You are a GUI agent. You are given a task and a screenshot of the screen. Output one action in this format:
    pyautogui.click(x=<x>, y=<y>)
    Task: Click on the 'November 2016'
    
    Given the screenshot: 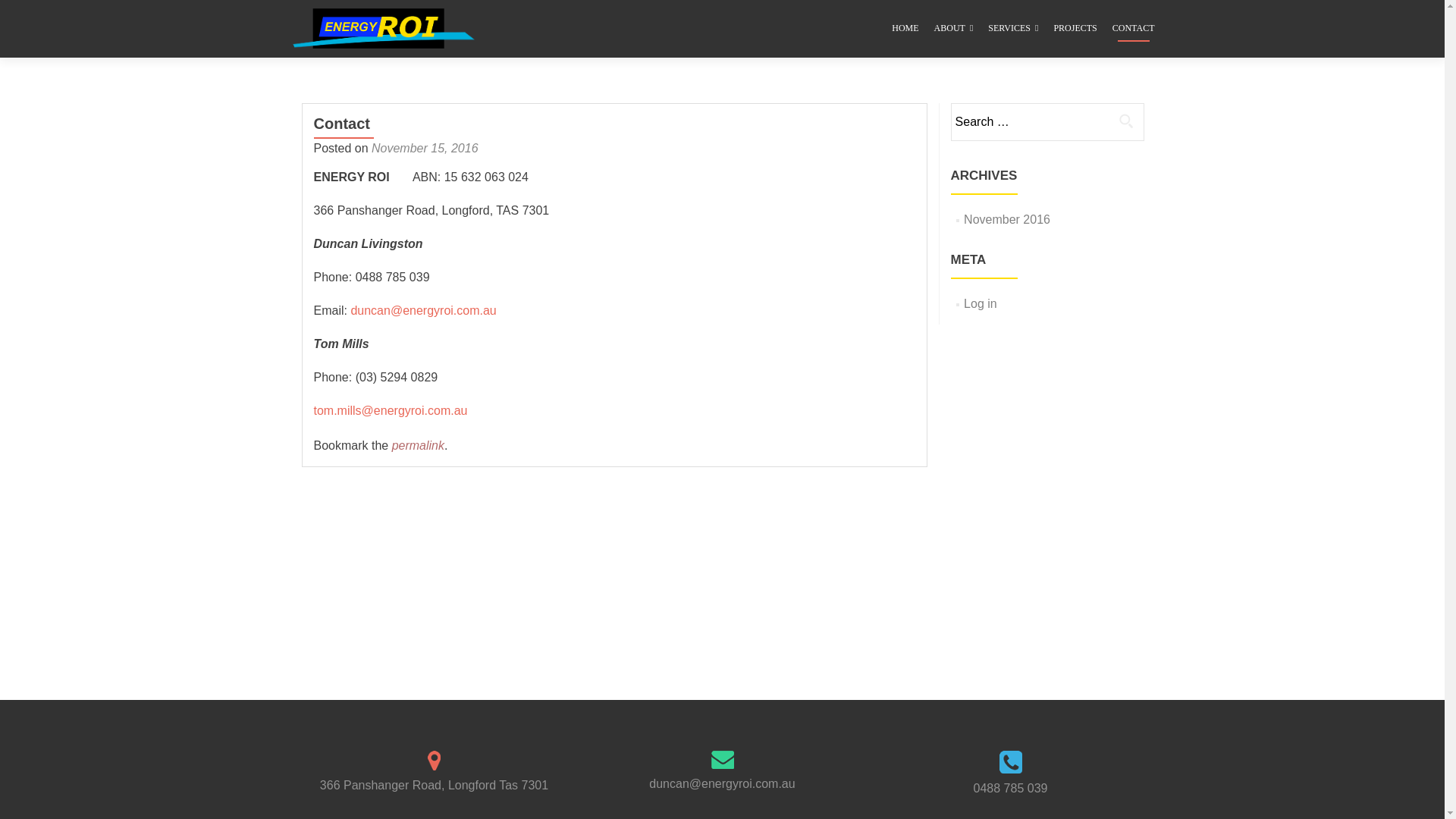 What is the action you would take?
    pyautogui.click(x=1007, y=219)
    